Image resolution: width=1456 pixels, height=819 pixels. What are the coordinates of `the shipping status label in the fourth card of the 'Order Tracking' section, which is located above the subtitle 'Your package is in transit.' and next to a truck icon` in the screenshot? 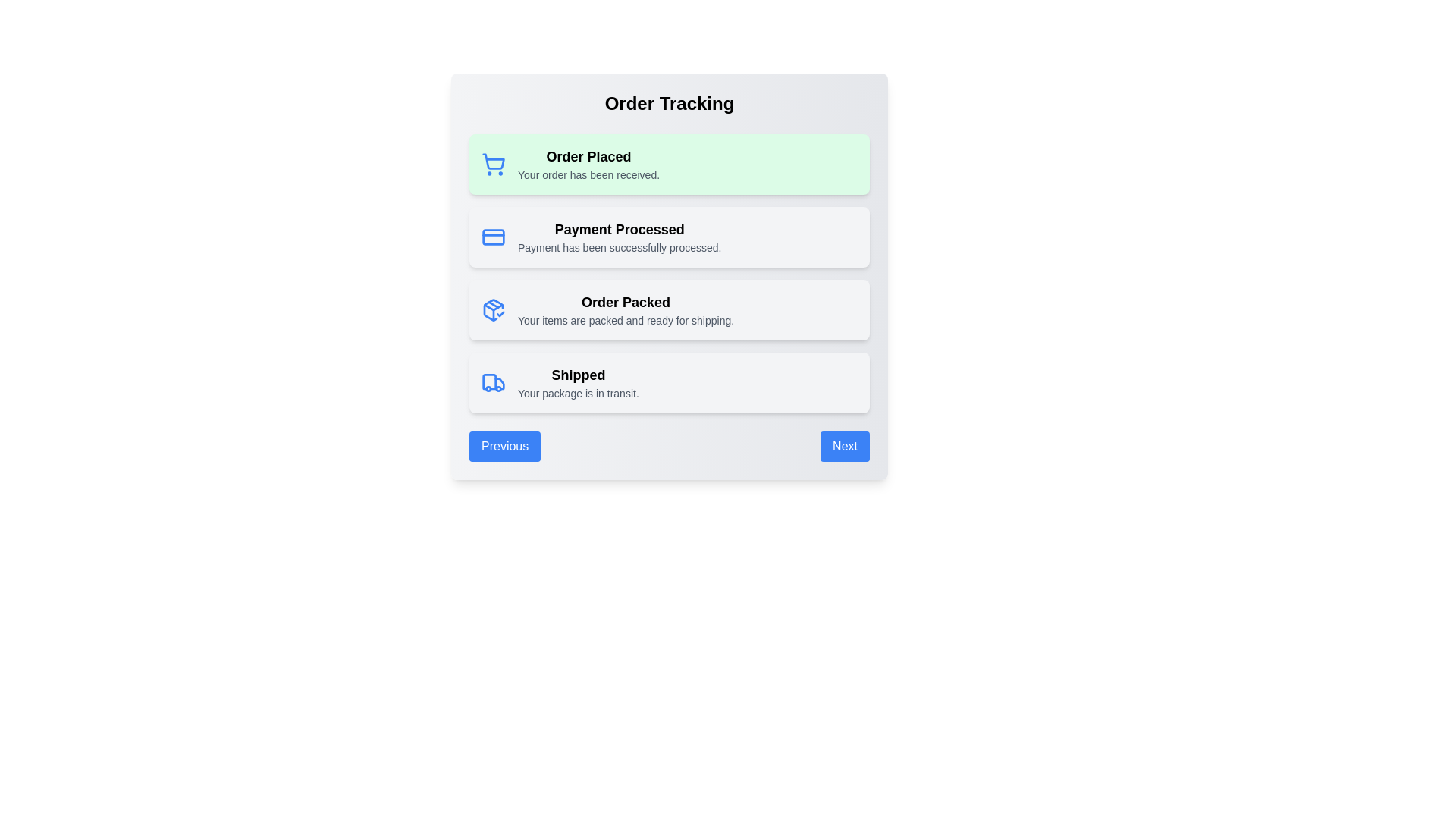 It's located at (577, 375).